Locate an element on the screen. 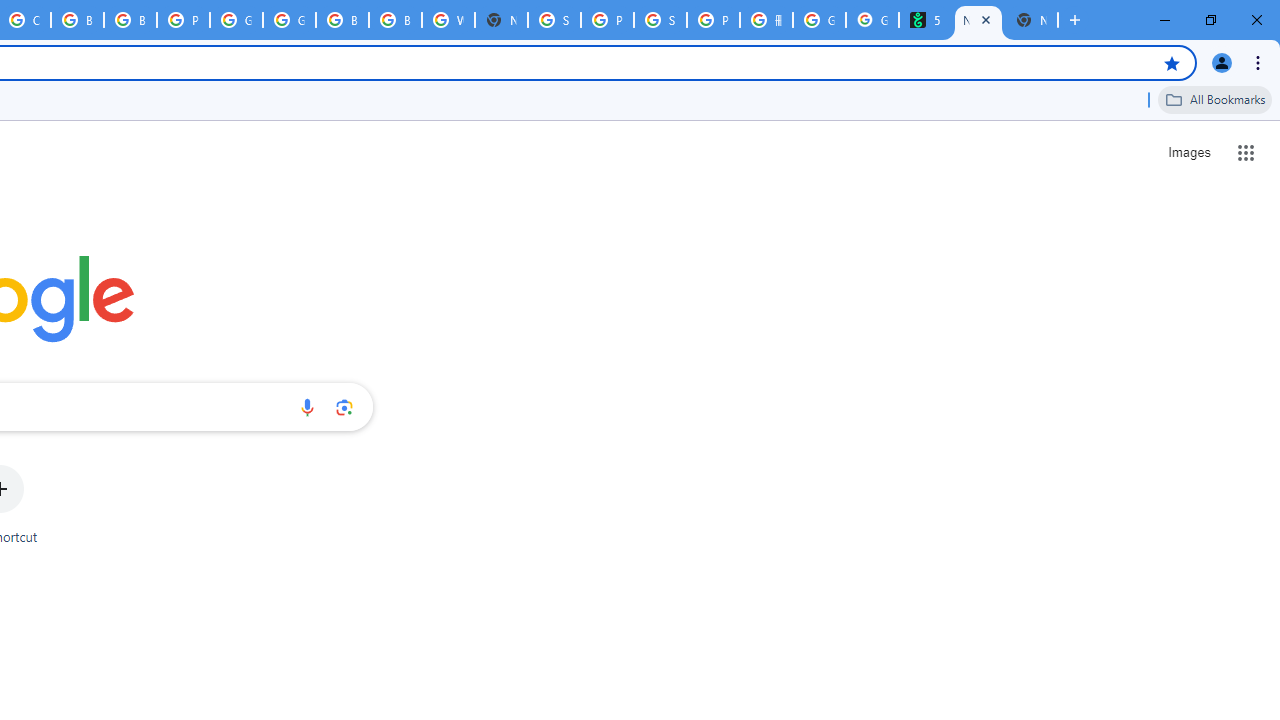  'All Bookmarks' is located at coordinates (1214, 99).